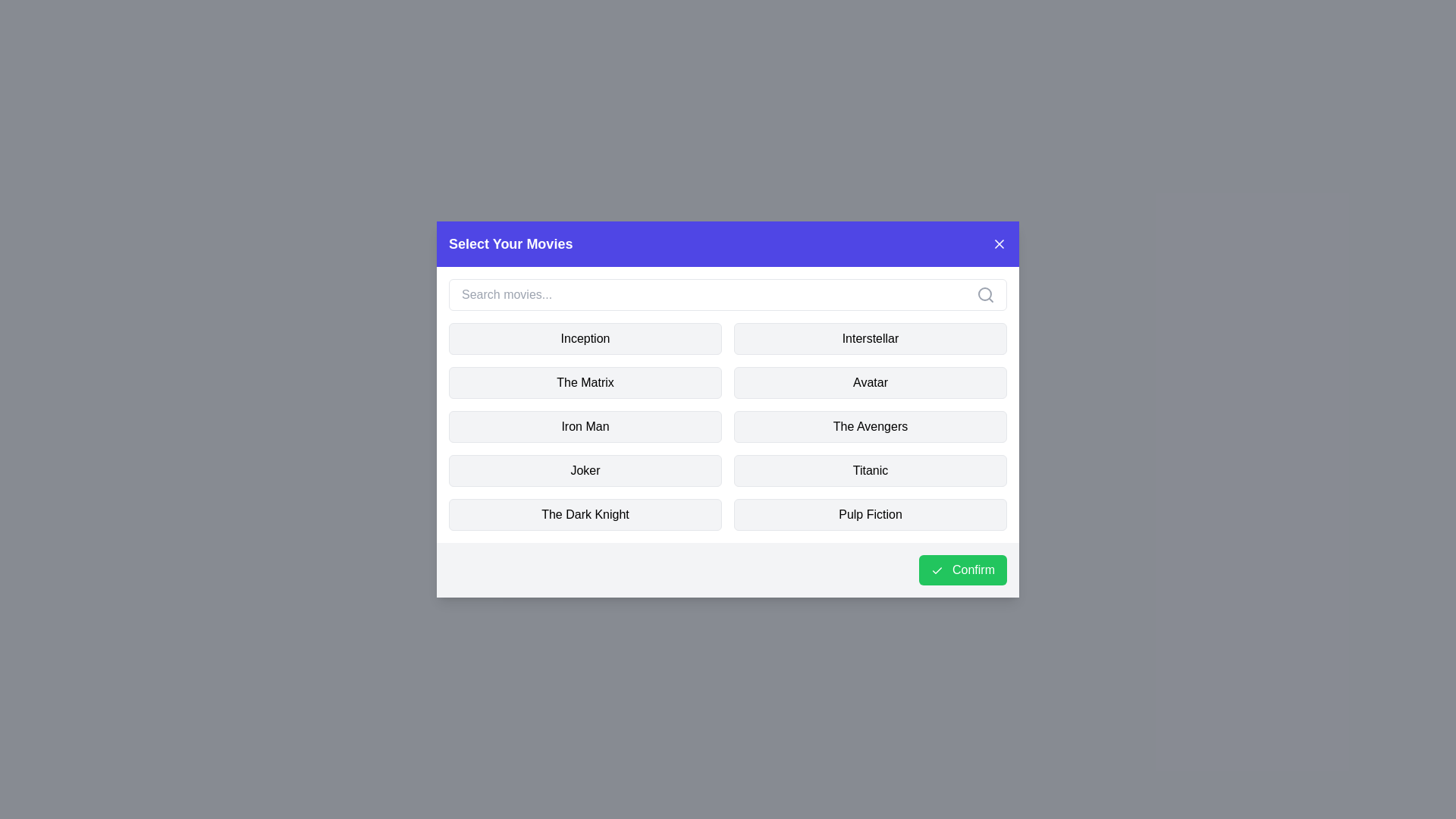 The image size is (1456, 819). Describe the element at coordinates (585, 427) in the screenshot. I see `the movie named Iron Man to toggle its selection state` at that location.